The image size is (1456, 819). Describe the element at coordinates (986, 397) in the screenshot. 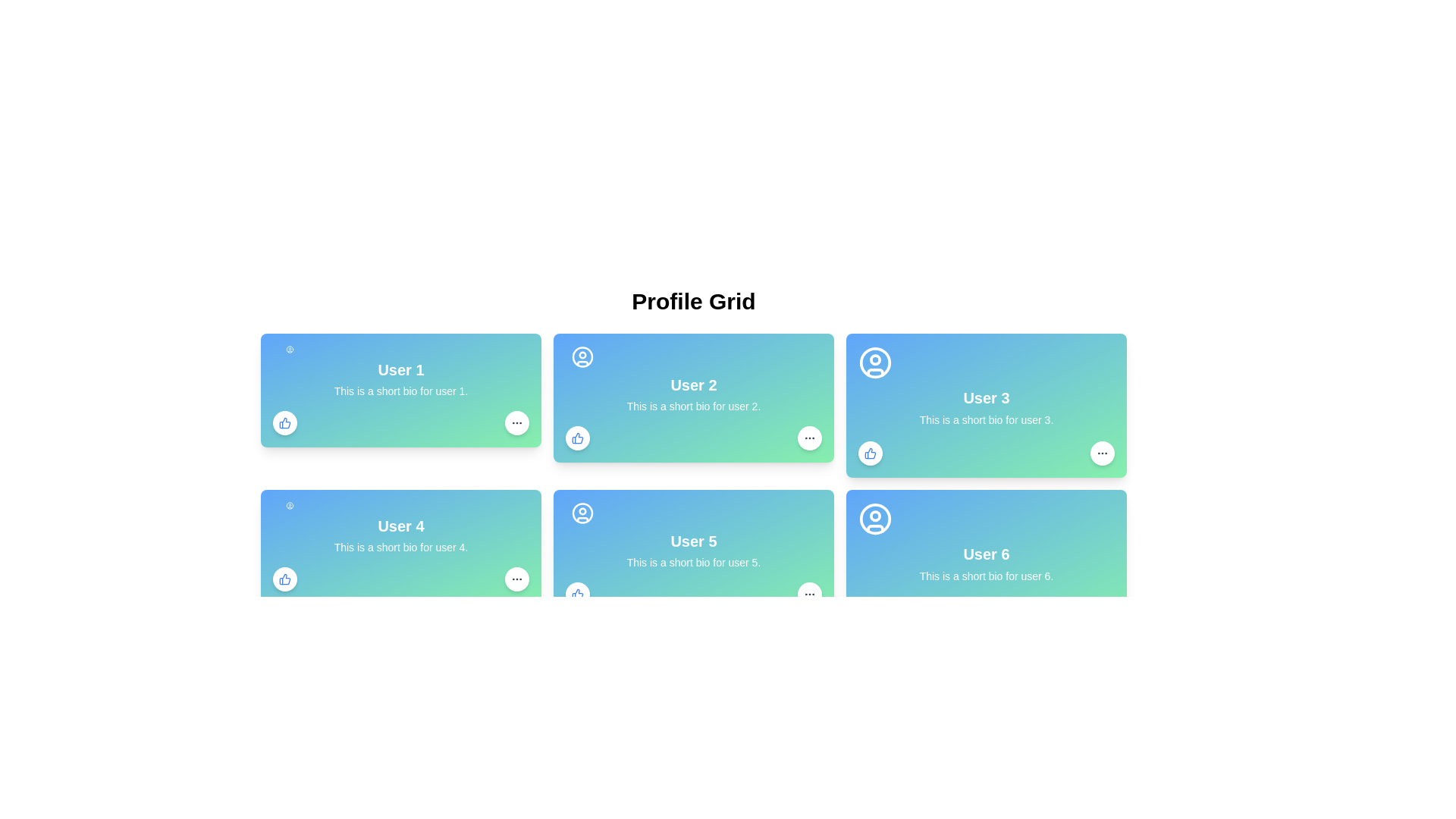

I see `the bold, large-sized text element displaying 'User 3', which is located at the top center of the third card in the top row of a grid layout, above a smaller description text` at that location.